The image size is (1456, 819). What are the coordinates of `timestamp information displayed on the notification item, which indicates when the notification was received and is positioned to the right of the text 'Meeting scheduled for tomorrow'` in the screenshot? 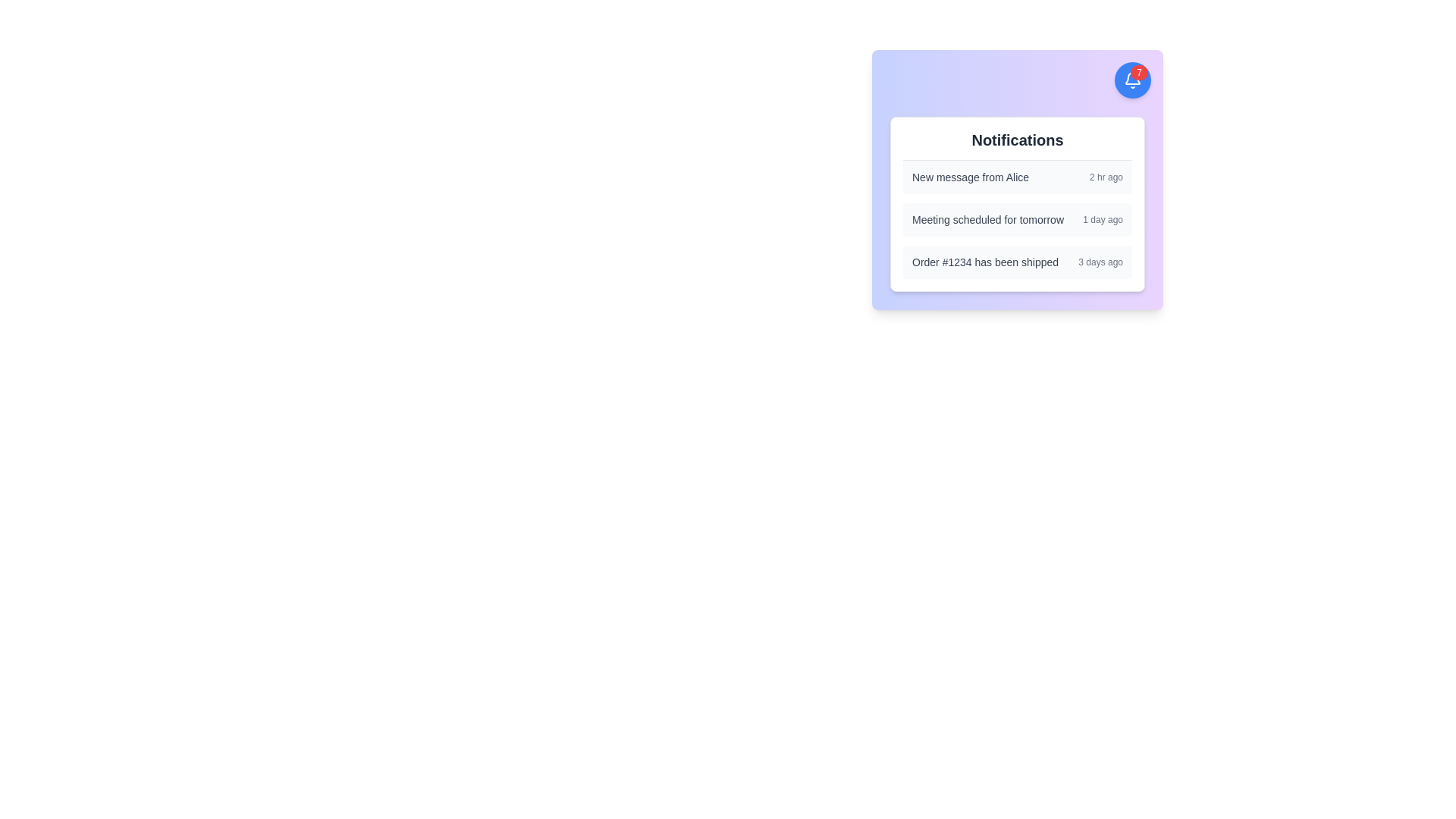 It's located at (1103, 219).